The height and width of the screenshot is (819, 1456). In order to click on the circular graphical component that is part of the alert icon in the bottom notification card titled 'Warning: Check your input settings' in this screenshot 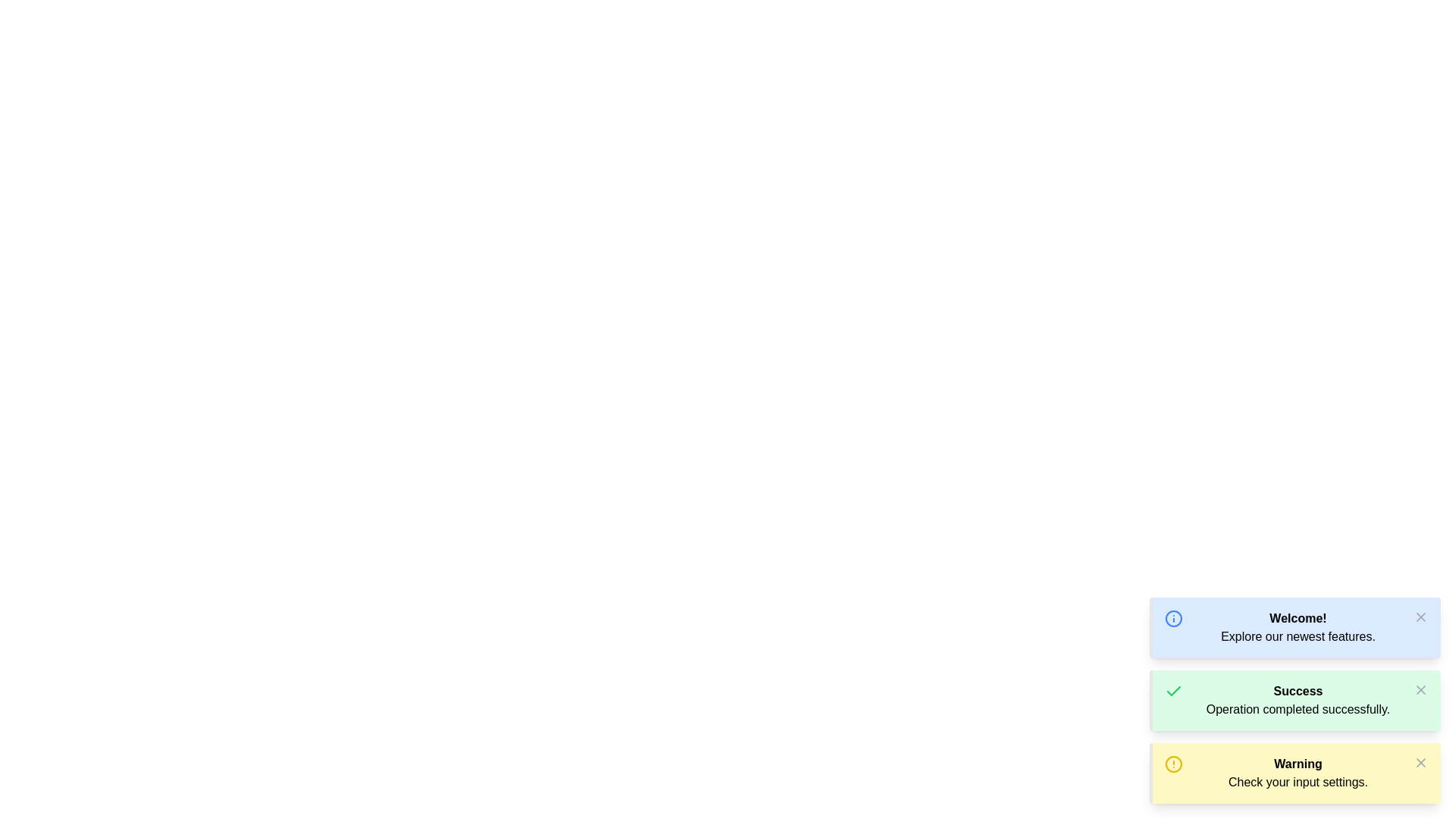, I will do `click(1173, 764)`.